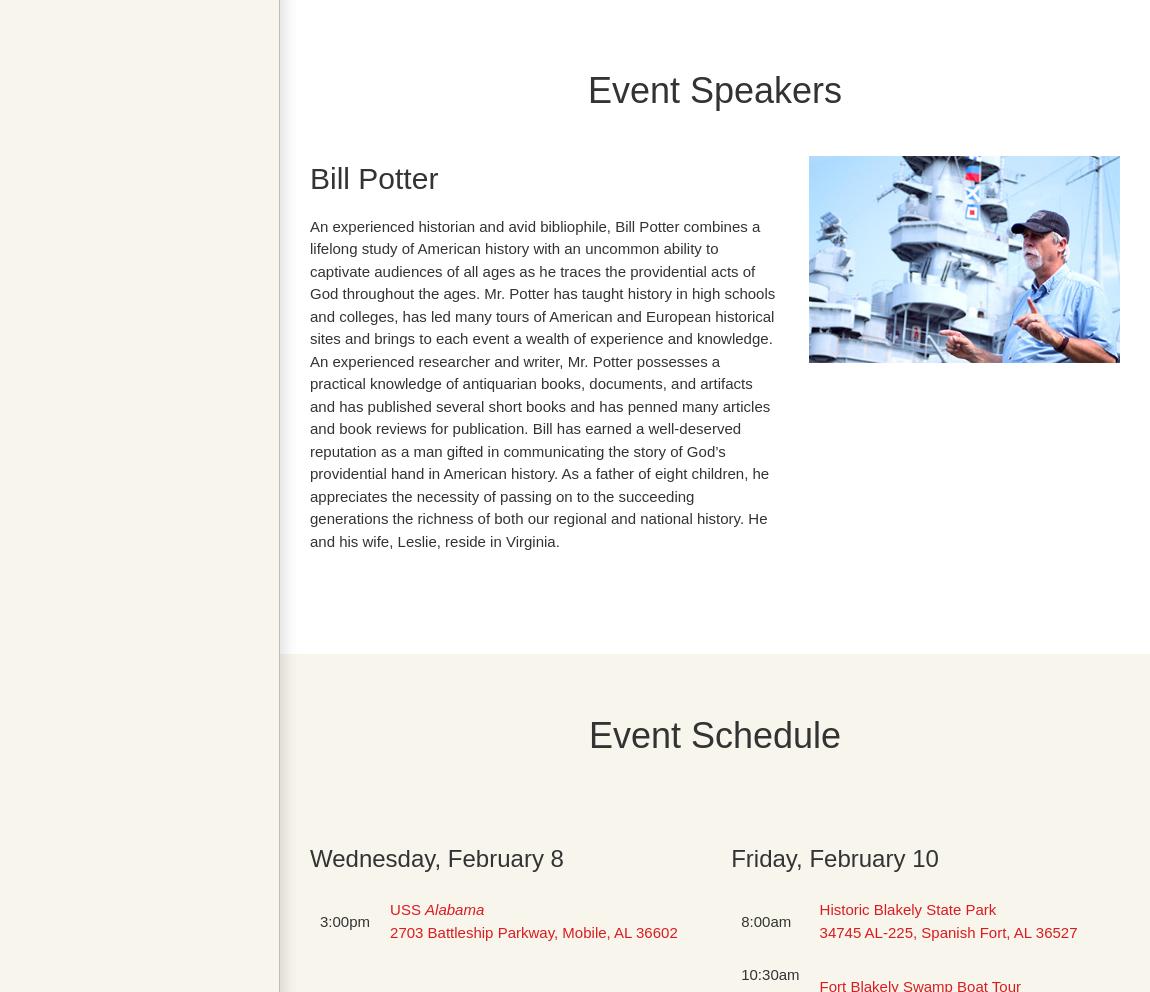 The width and height of the screenshot is (1150, 992). Describe the element at coordinates (713, 735) in the screenshot. I see `'Event Schedule'` at that location.